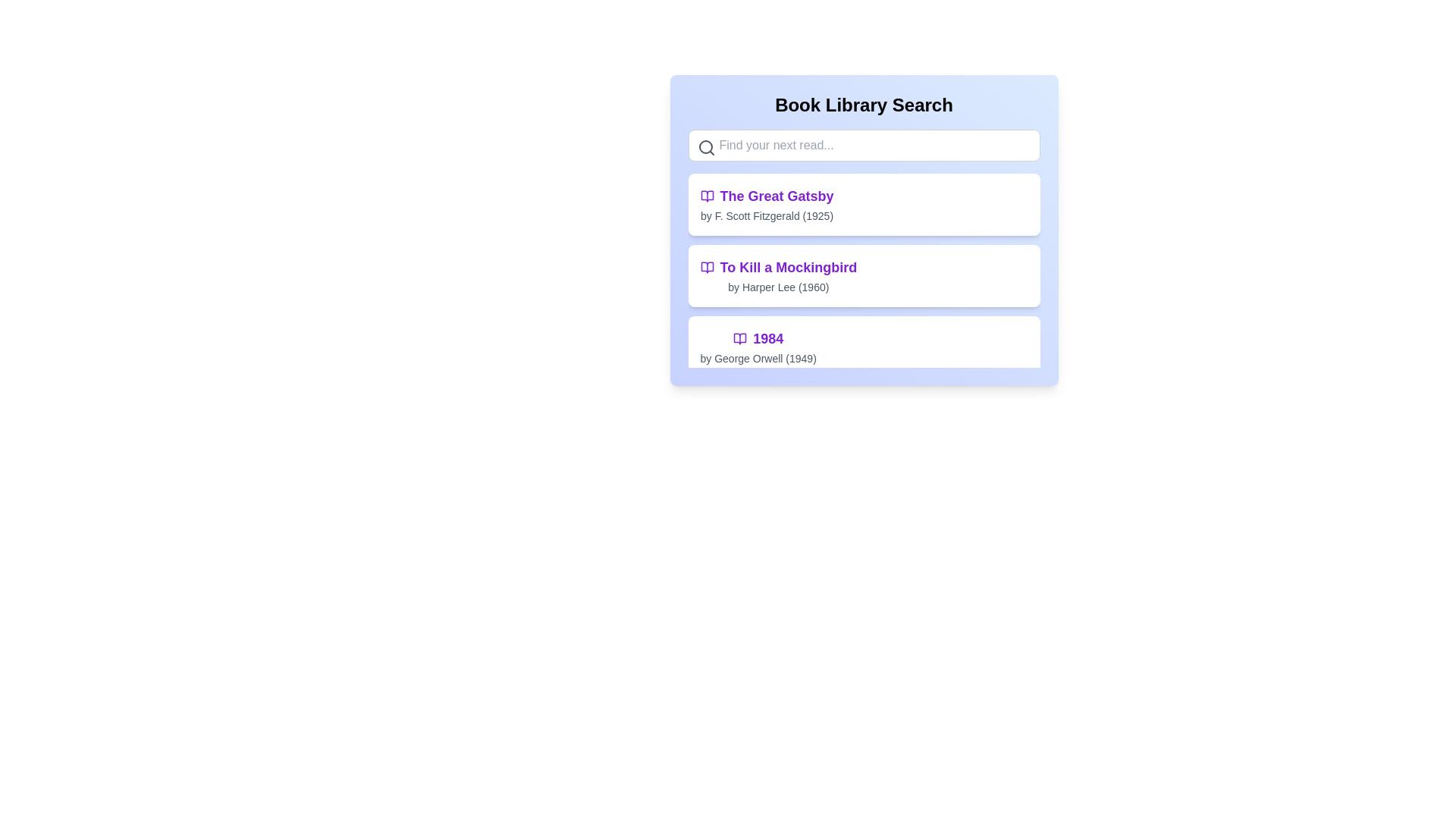  What do you see at coordinates (778, 275) in the screenshot?
I see `the static text component displaying 'To Kill a Mockingbird' in bold, purple font` at bounding box center [778, 275].